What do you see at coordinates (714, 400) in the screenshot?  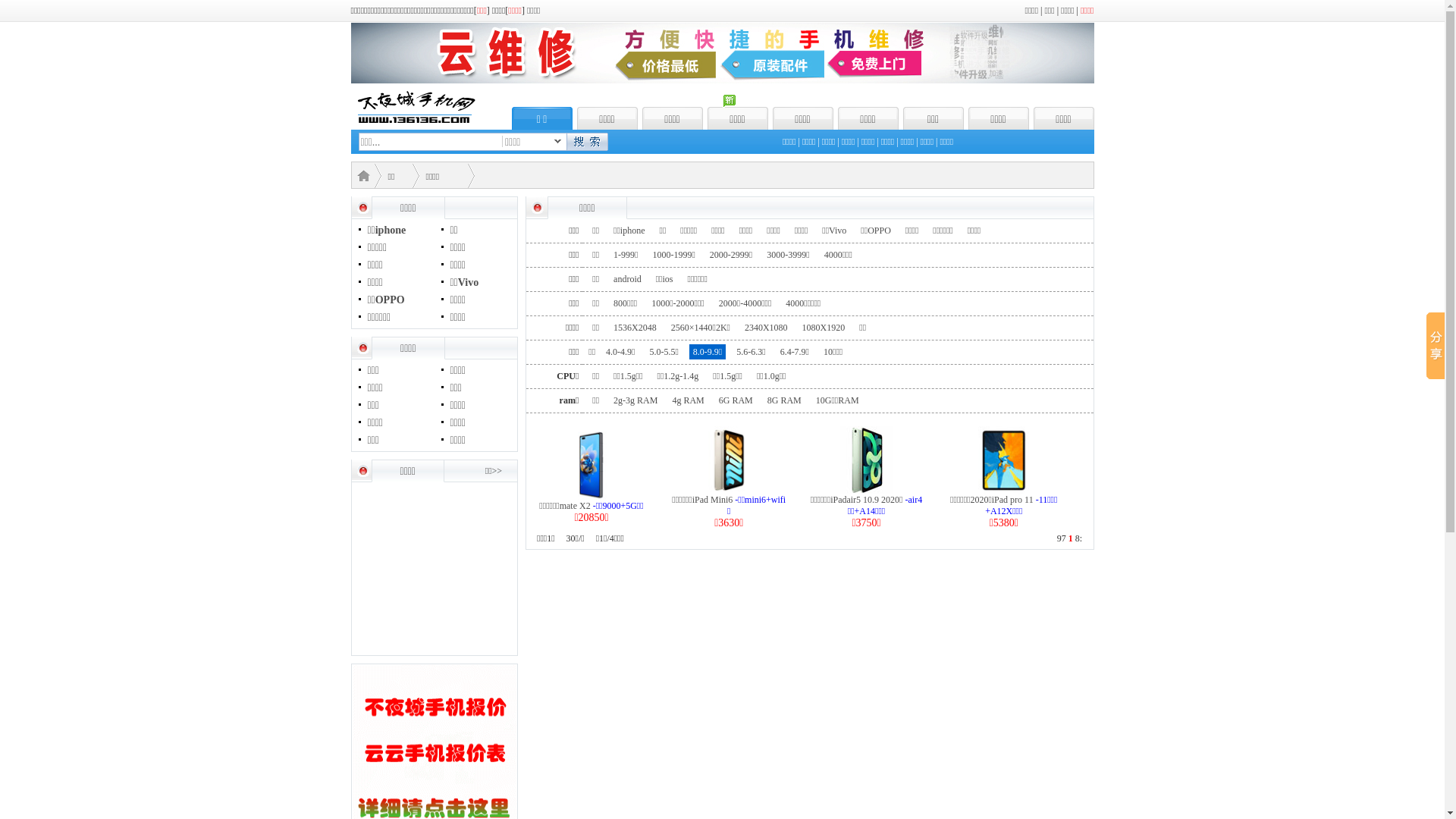 I see `'6G RAM'` at bounding box center [714, 400].